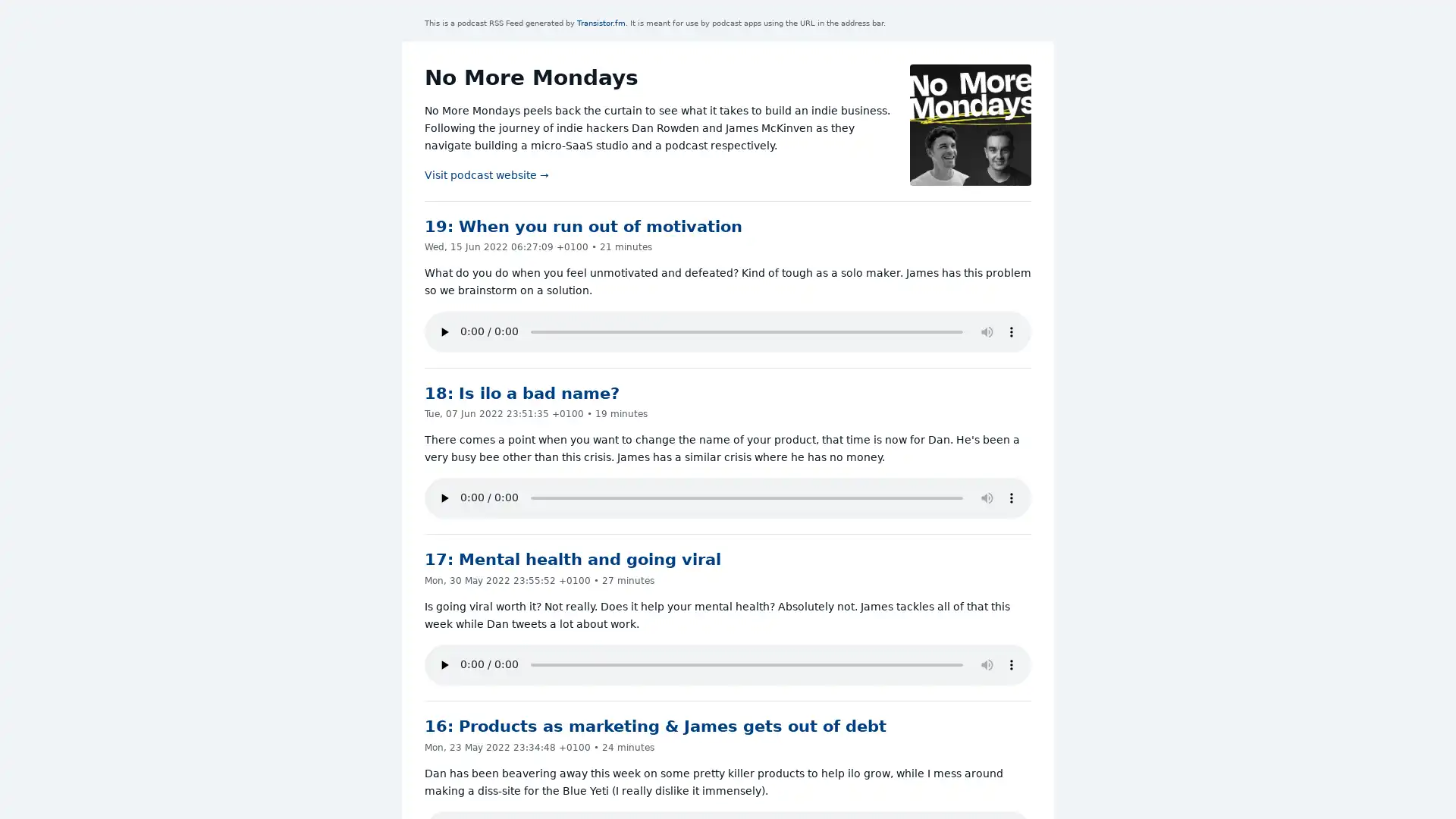 The width and height of the screenshot is (1456, 819). I want to click on mute, so click(987, 497).